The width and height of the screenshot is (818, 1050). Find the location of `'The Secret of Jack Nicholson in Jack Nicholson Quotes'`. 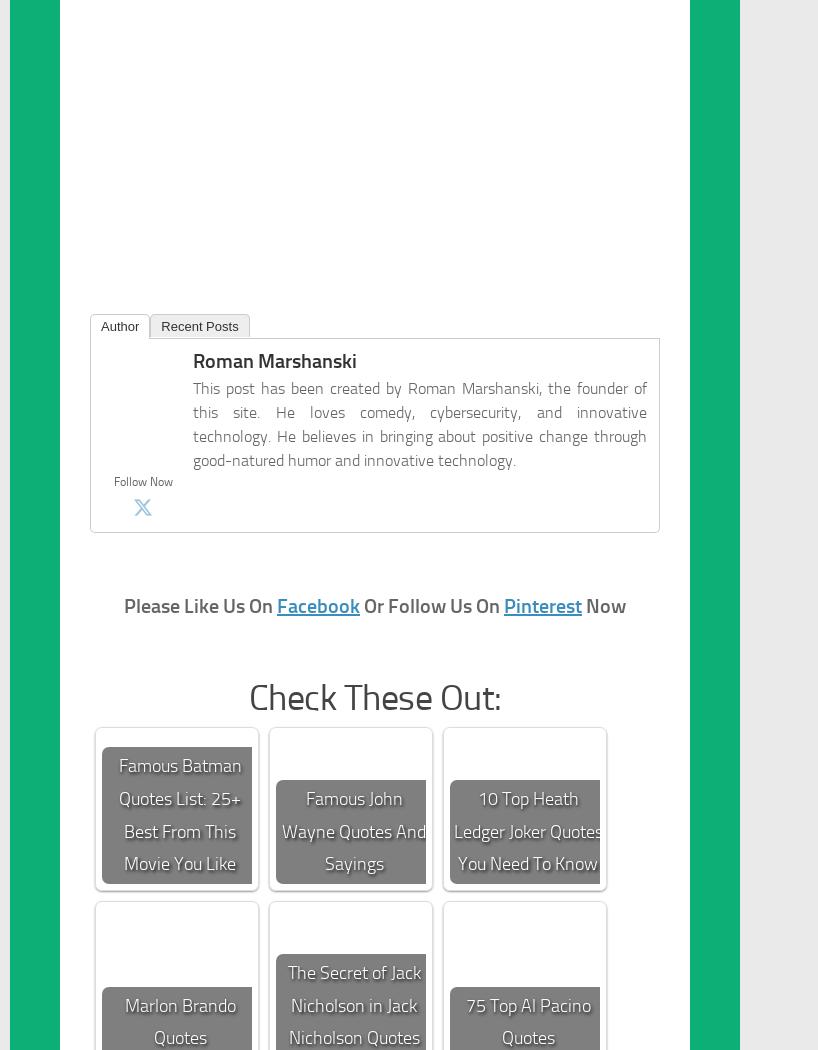

'The Secret of Jack Nicholson in Jack Nicholson Quotes' is located at coordinates (353, 1005).